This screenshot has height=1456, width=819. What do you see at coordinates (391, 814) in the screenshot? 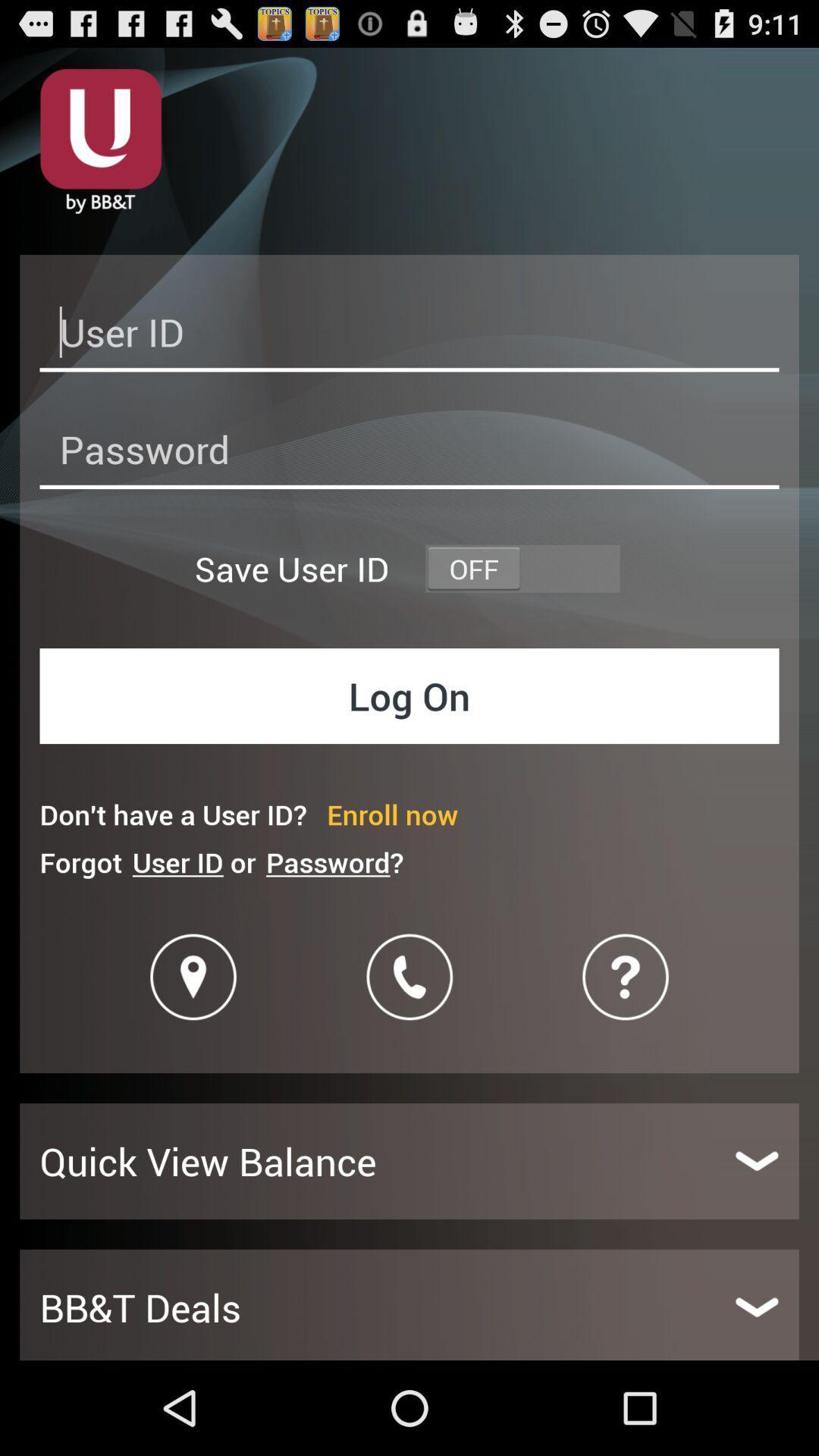
I see `the item next to the don t have icon` at bounding box center [391, 814].